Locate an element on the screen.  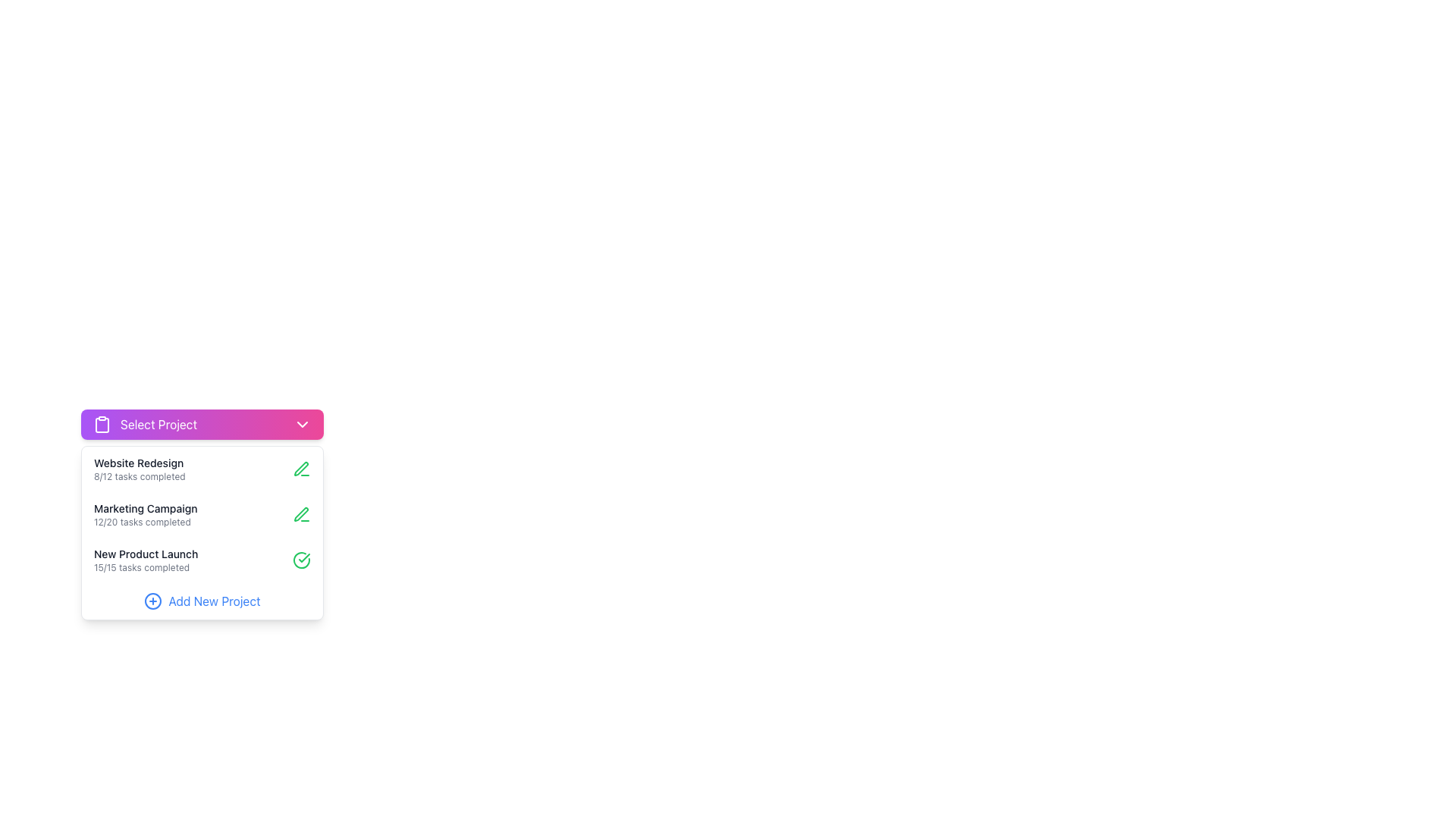
the status indicated by the completion icon located at the bottom of the dropdown panel under the 'New Product Launch' section, aligned to the right end of this entry is located at coordinates (302, 560).